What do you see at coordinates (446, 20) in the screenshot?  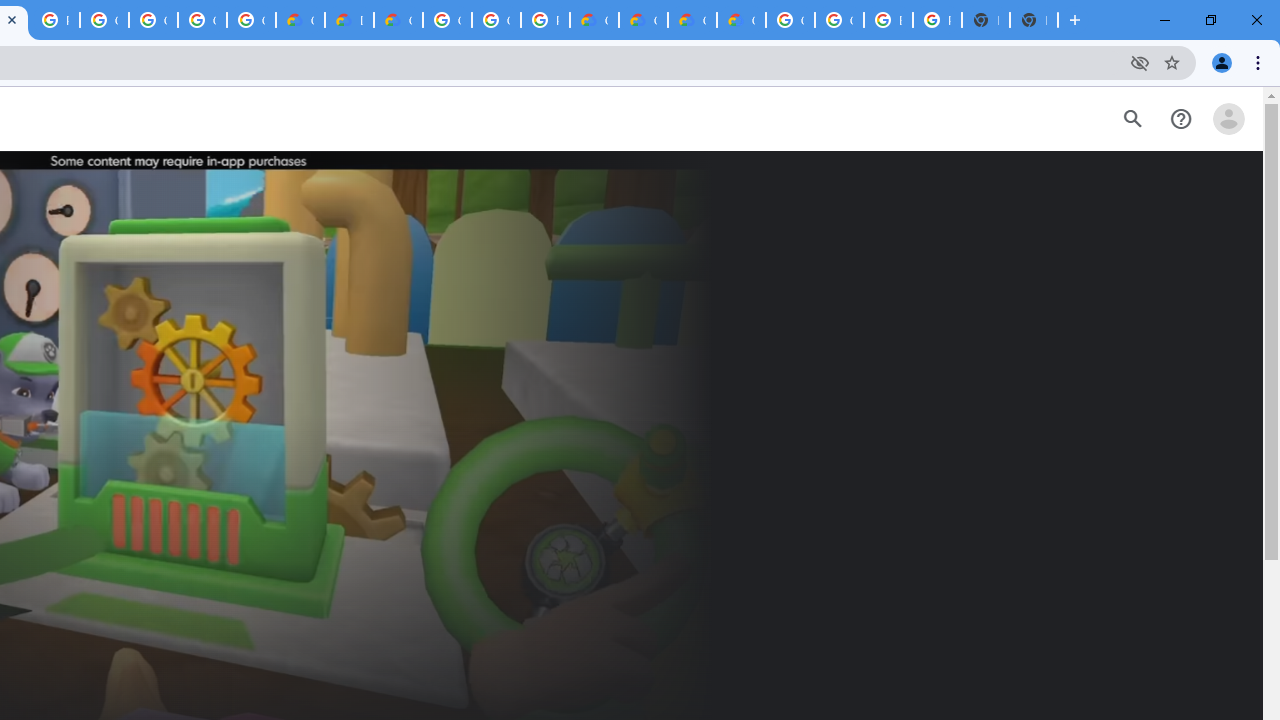 I see `'Google Cloud Platform'` at bounding box center [446, 20].